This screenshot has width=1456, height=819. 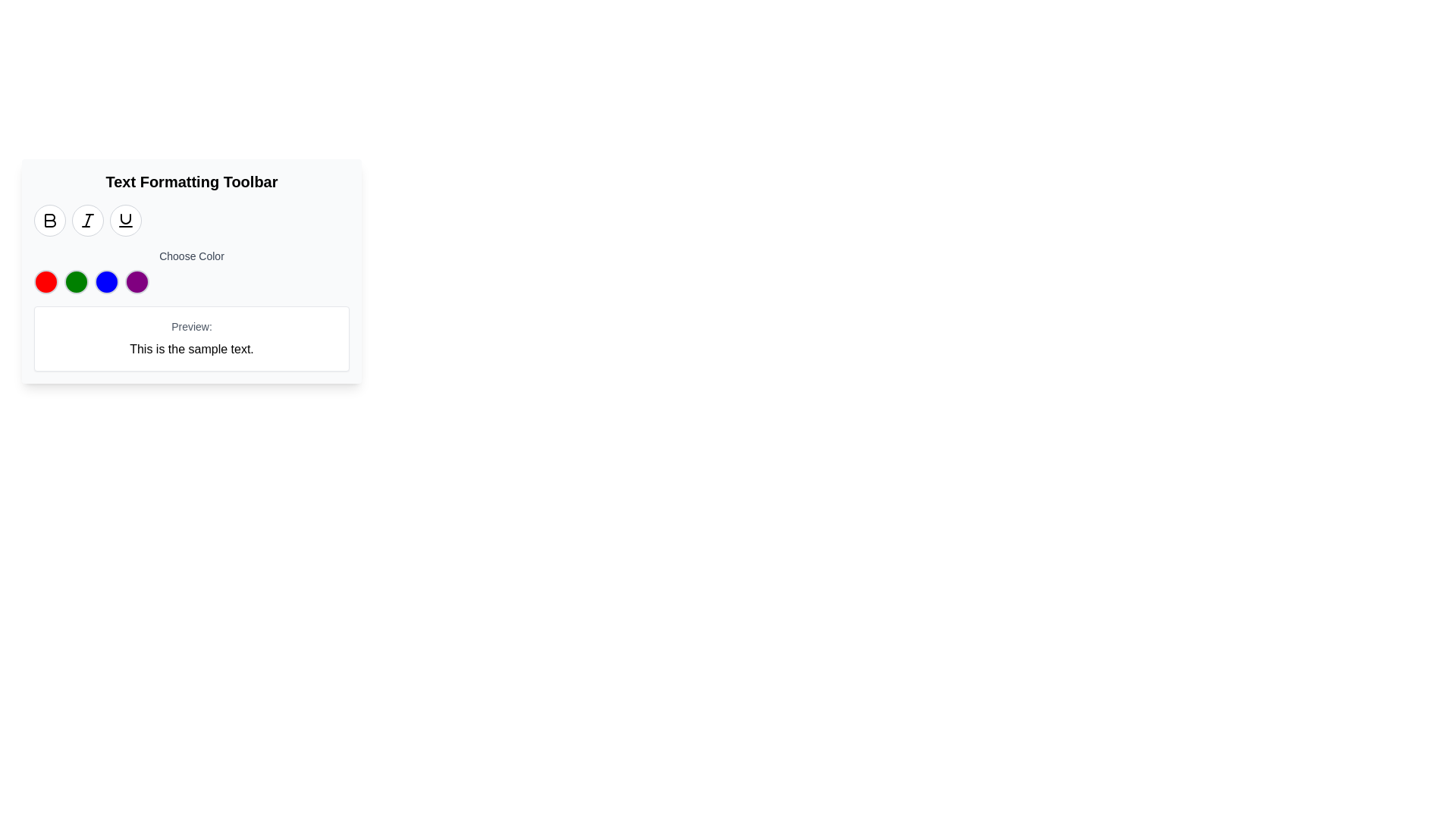 I want to click on the third circular blue button with a light gray border, located below the 'Choose Color' label, so click(x=105, y=281).